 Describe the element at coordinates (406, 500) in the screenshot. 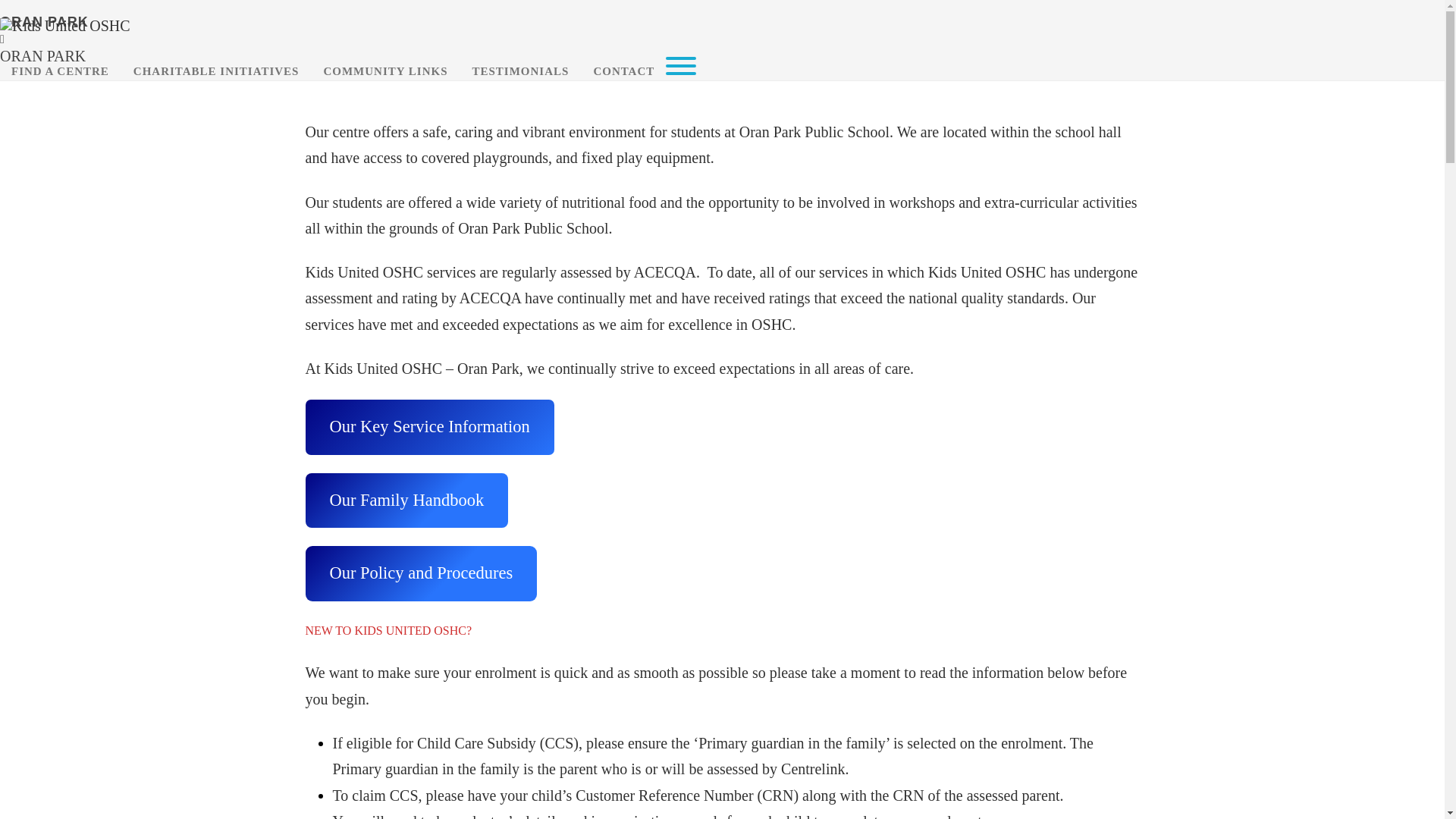

I see `'Our Family Handbook'` at that location.